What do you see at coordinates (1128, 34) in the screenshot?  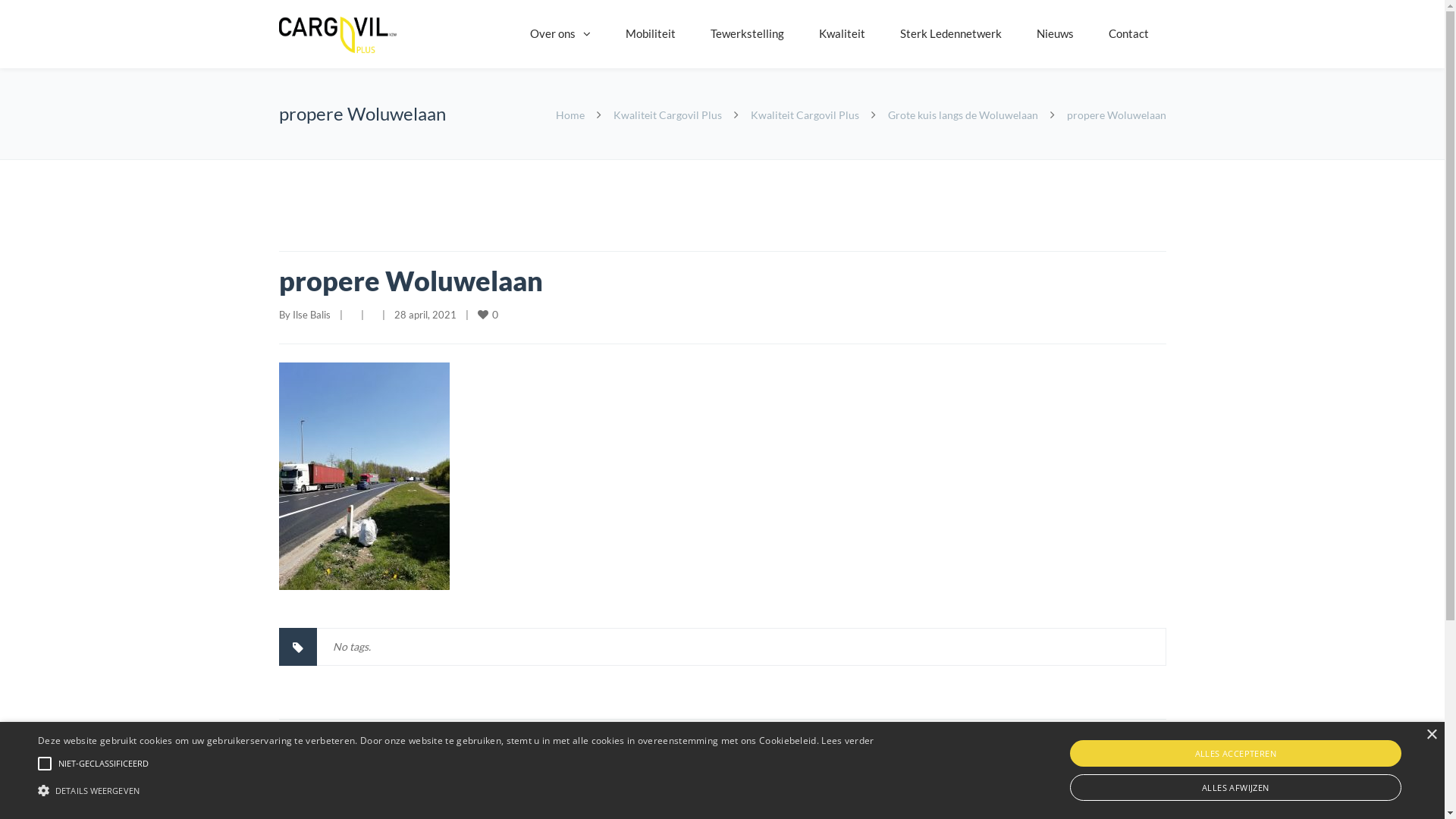 I see `'Contact'` at bounding box center [1128, 34].